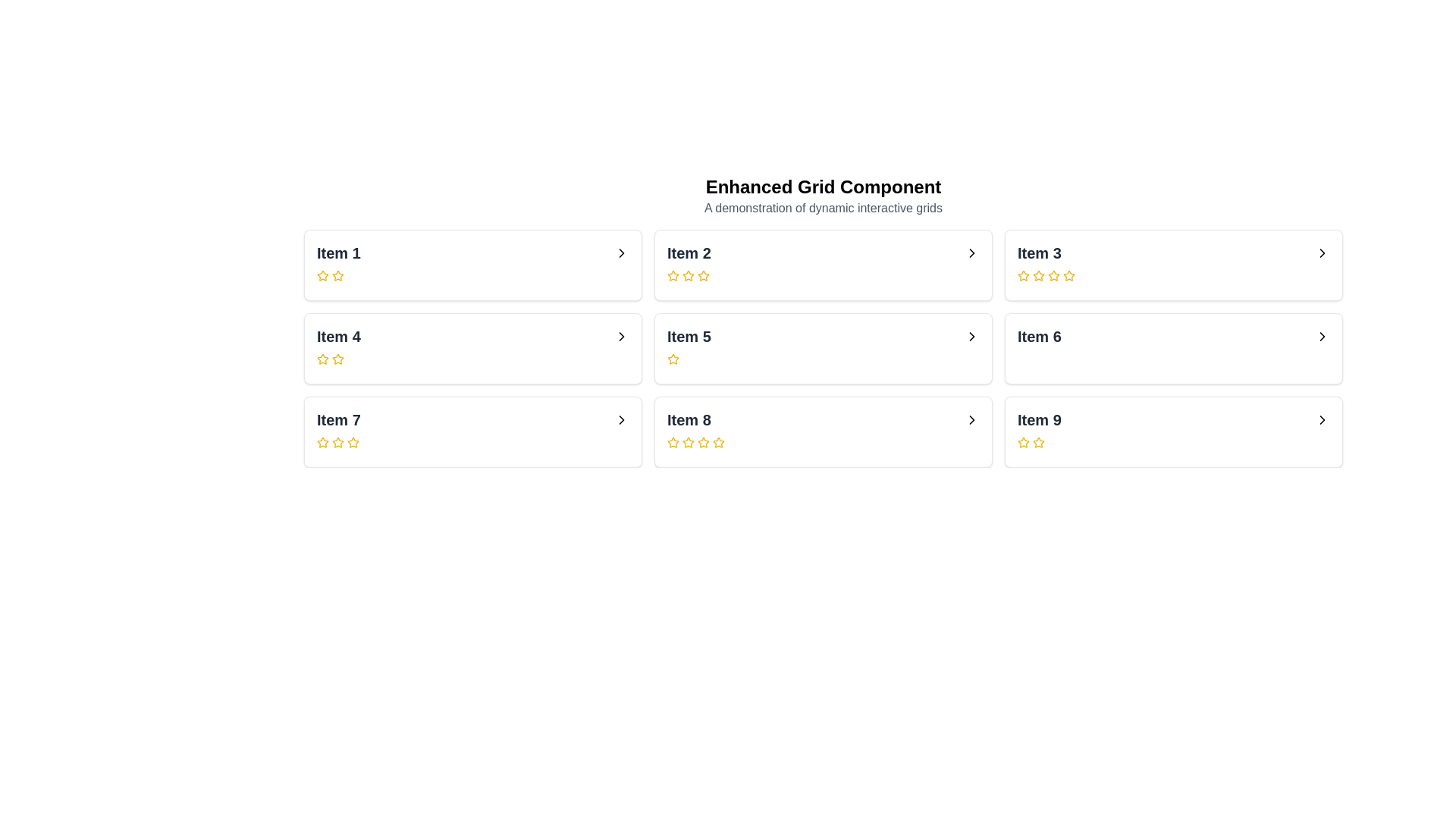 The height and width of the screenshot is (819, 1456). Describe the element at coordinates (472, 442) in the screenshot. I see `the interactive rating stars located at the bottom of the 'Item 7' card` at that location.